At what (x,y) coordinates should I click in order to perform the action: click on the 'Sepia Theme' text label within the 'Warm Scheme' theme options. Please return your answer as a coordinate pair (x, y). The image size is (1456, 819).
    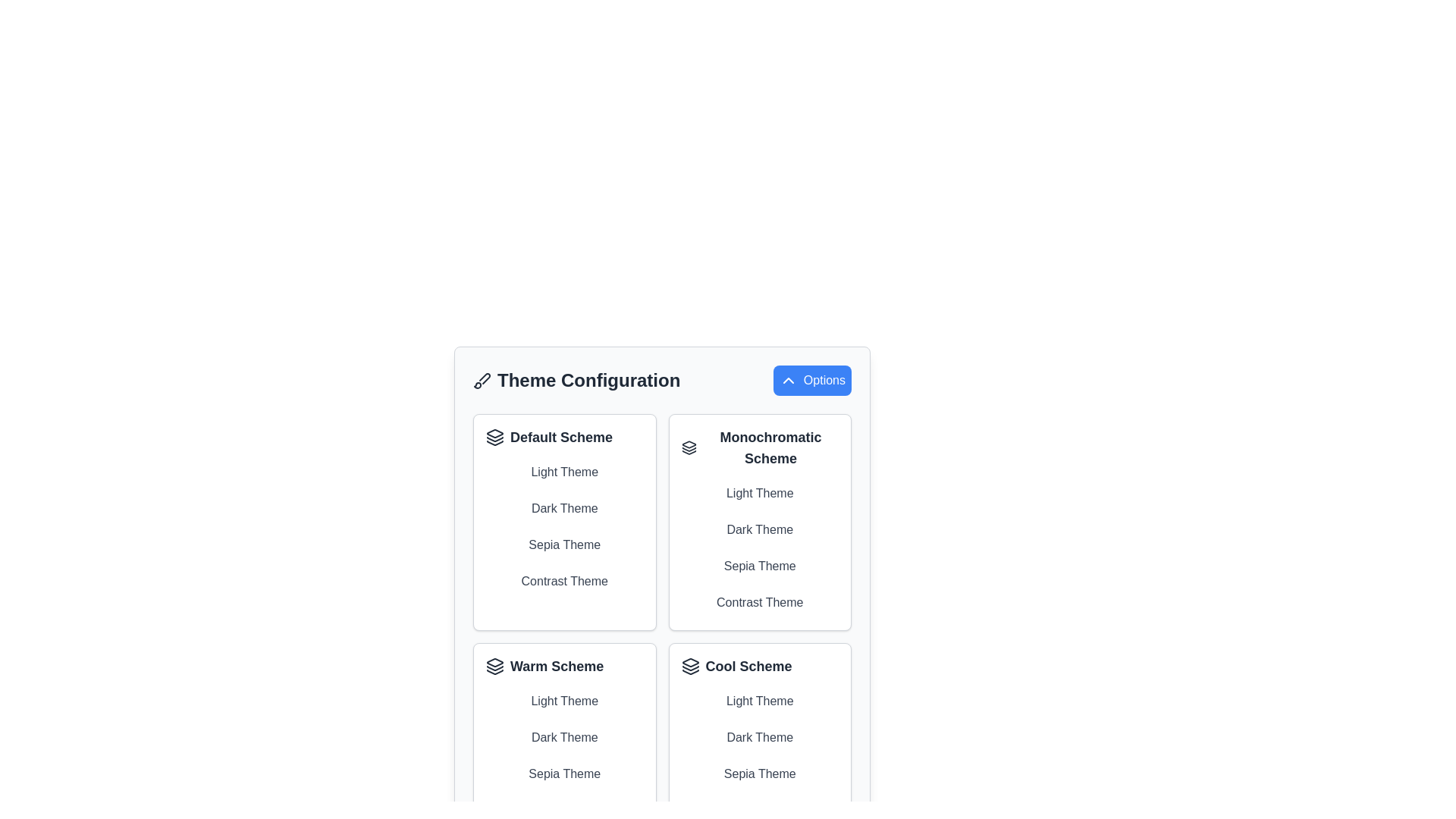
    Looking at the image, I should click on (563, 774).